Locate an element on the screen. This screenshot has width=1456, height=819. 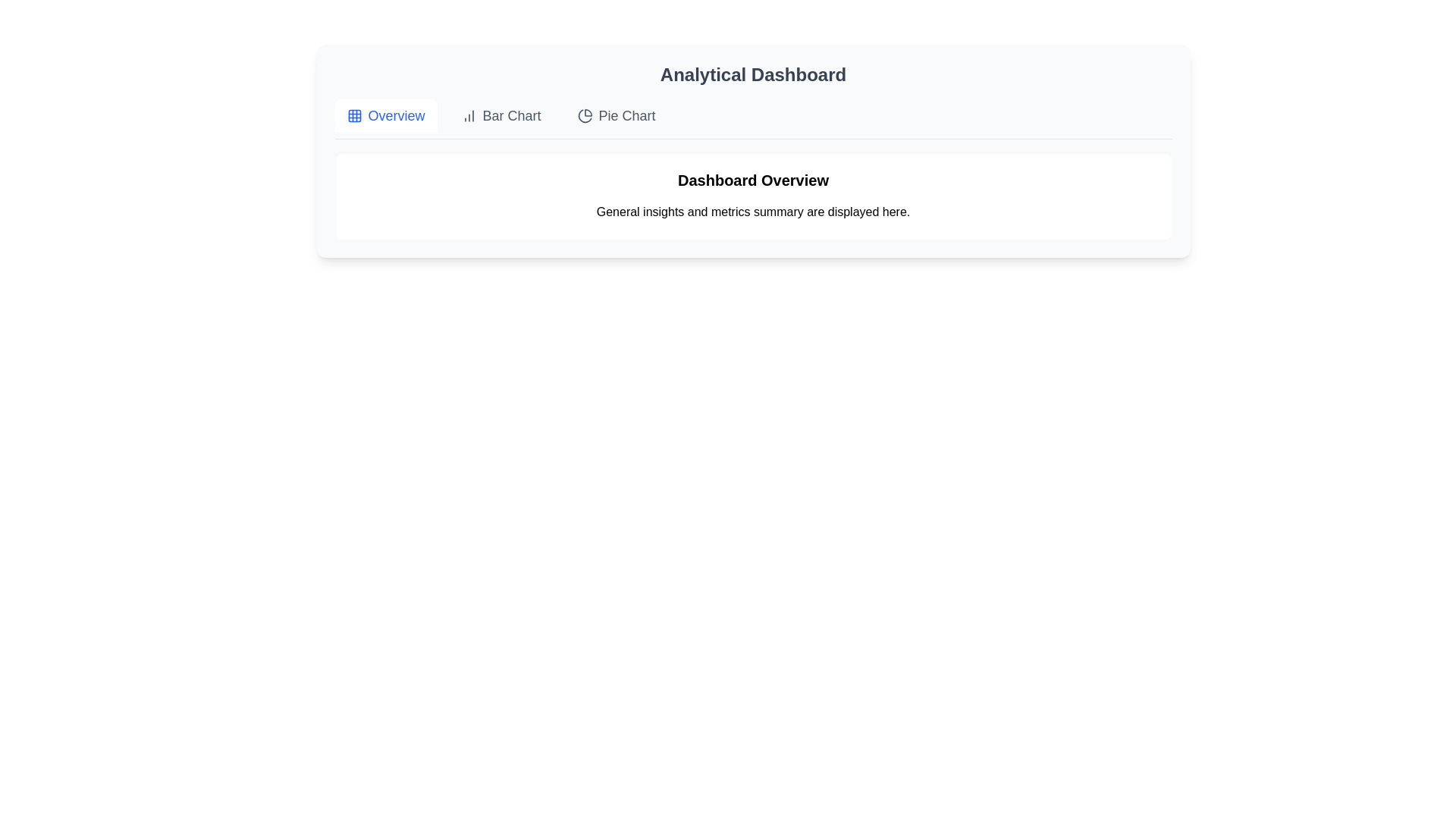
the Pie Chart tab icon located in the navigation bar, which is positioned to the right of the 'Bar Chart' tab and to the left of the 'Pie Chart' text label is located at coordinates (584, 115).